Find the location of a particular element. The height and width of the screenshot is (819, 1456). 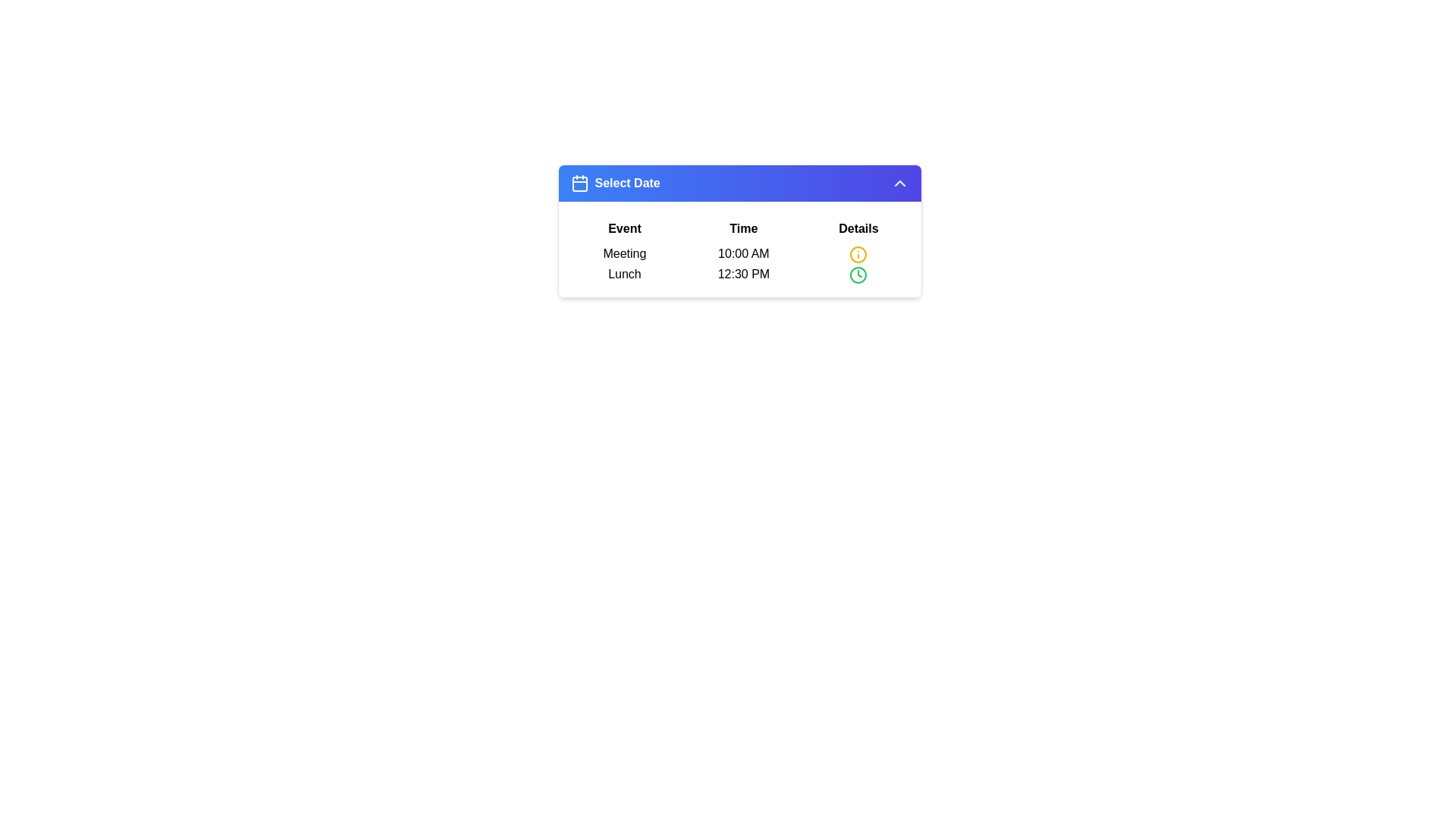

the third subcomponent of the calendar-shaped icon located to the left of the 'Select Date' header section is located at coordinates (579, 184).